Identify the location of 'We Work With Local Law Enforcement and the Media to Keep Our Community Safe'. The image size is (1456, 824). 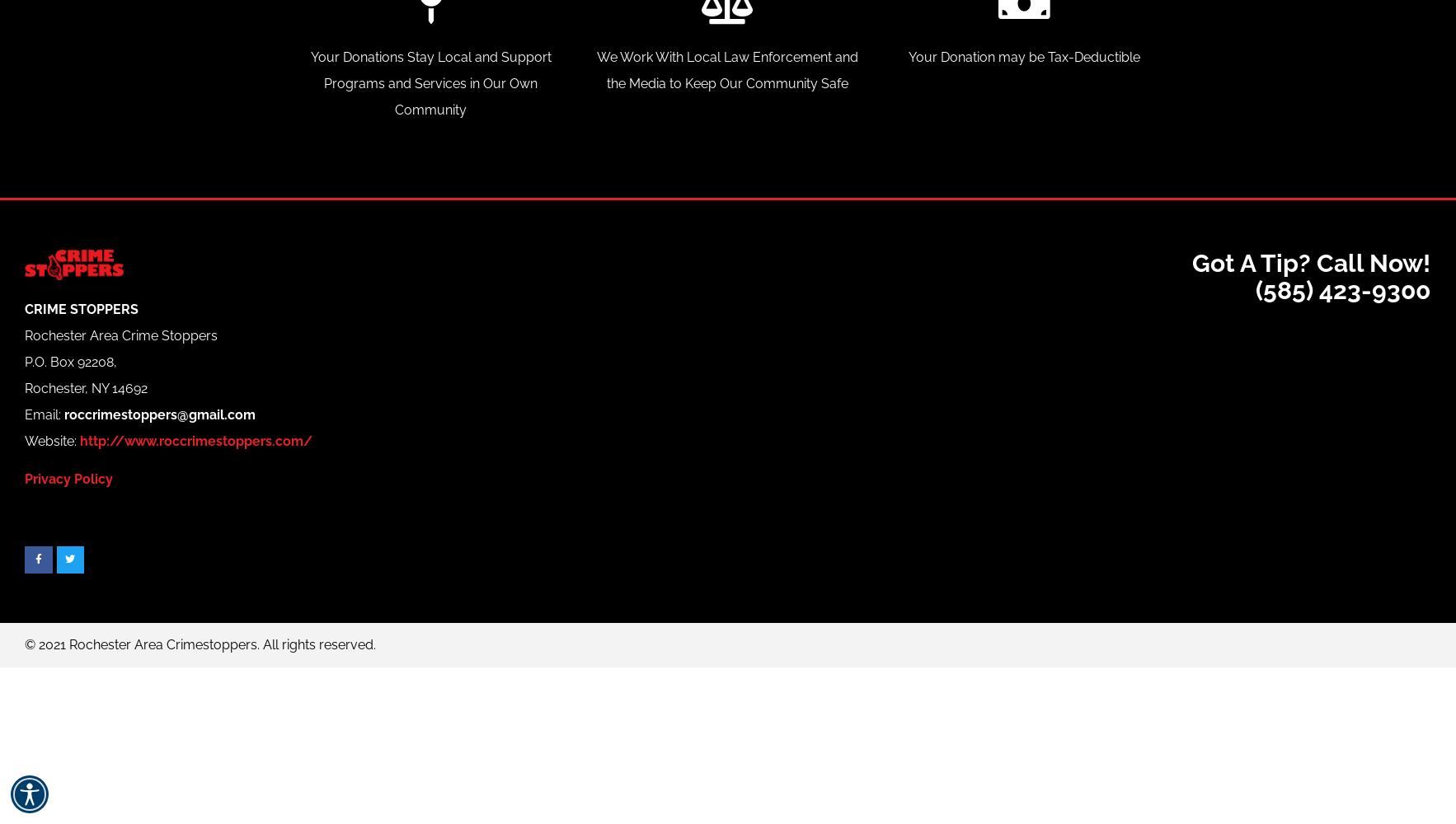
(727, 68).